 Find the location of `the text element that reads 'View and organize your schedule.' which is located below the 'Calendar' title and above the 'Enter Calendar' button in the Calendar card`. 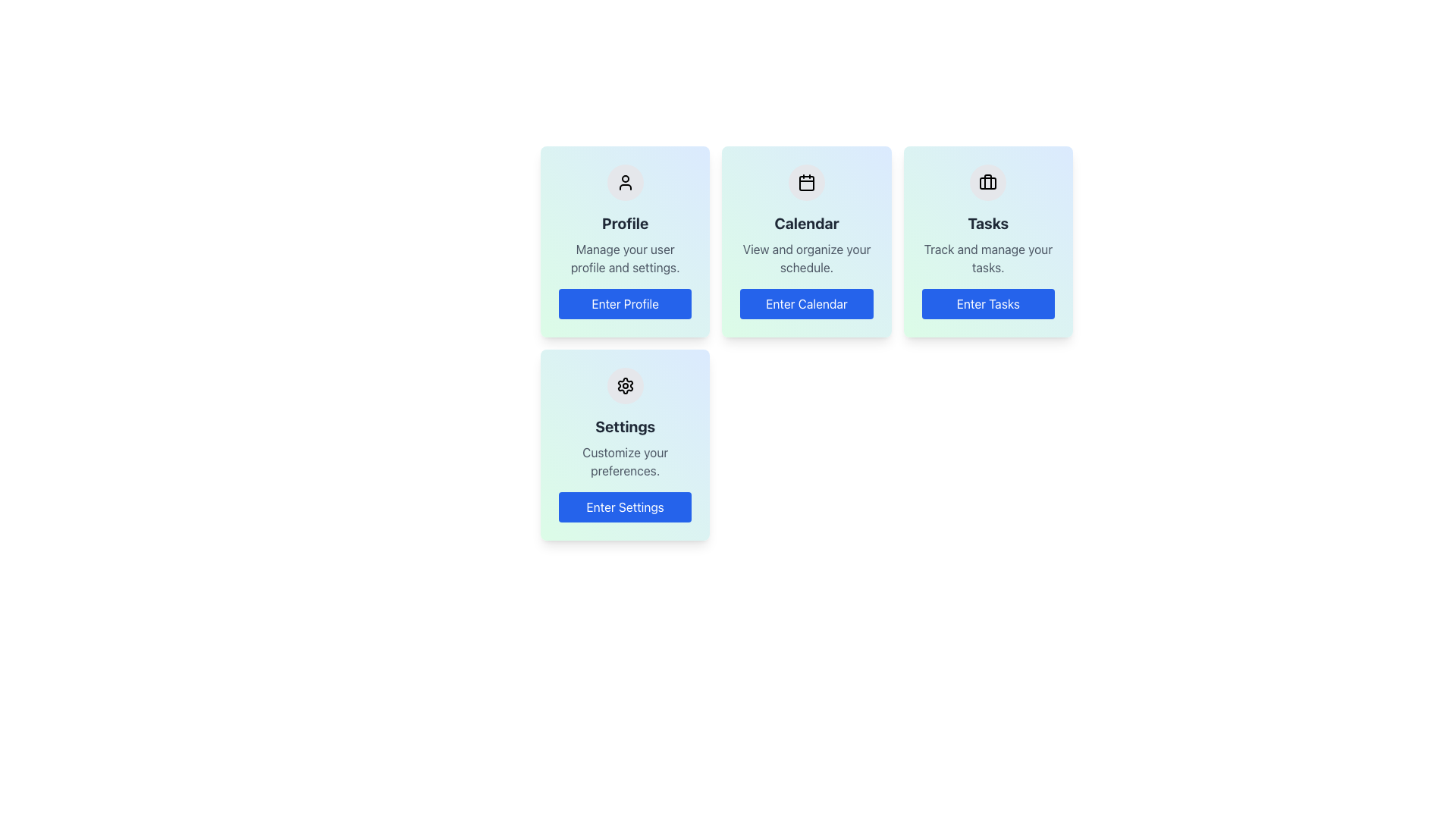

the text element that reads 'View and organize your schedule.' which is located below the 'Calendar' title and above the 'Enter Calendar' button in the Calendar card is located at coordinates (806, 257).